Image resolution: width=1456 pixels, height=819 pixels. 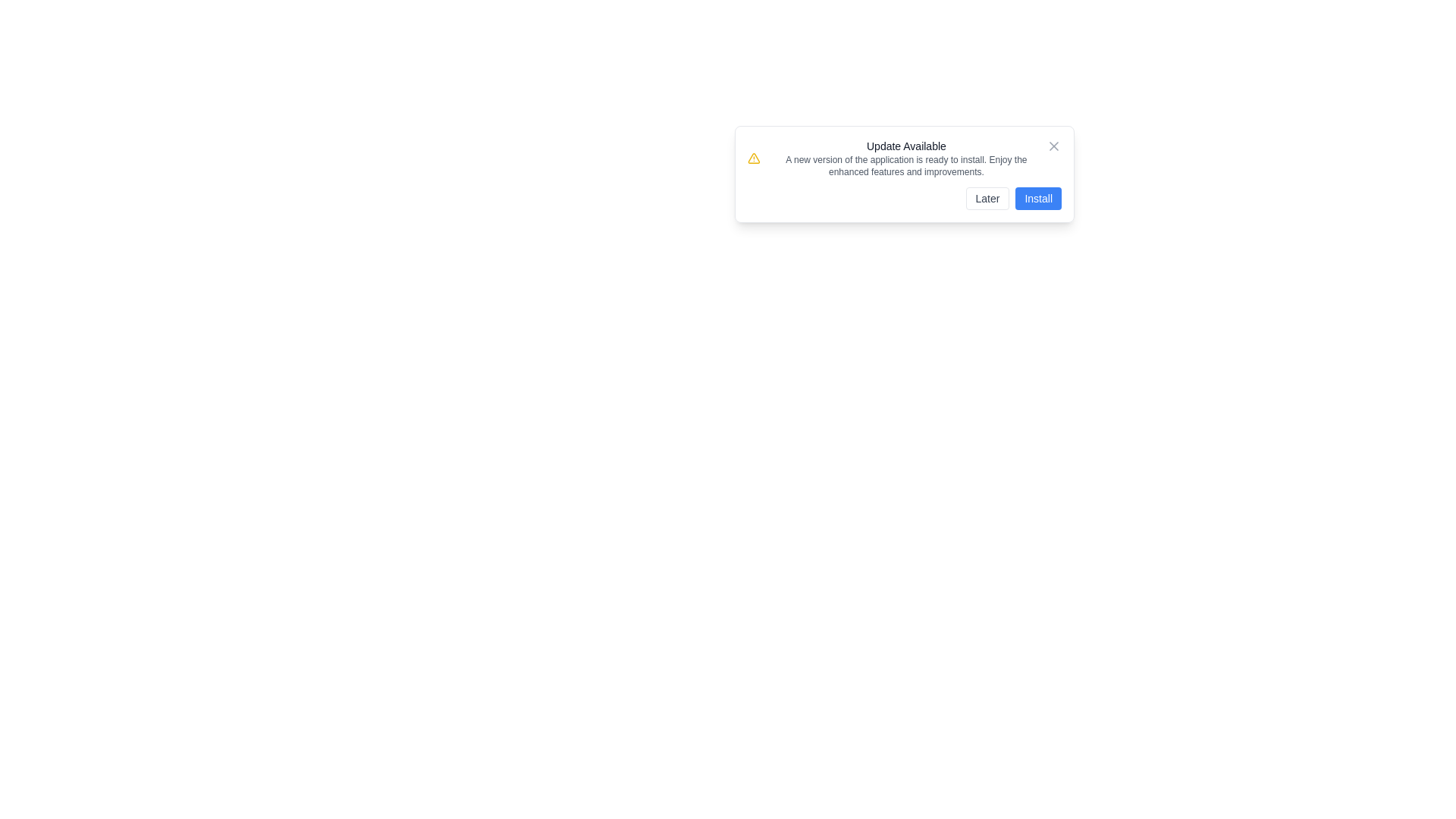 What do you see at coordinates (1053, 146) in the screenshot?
I see `the 'X' shaped close button located in the top-right corner of the 'Update Available' notification dialog` at bounding box center [1053, 146].